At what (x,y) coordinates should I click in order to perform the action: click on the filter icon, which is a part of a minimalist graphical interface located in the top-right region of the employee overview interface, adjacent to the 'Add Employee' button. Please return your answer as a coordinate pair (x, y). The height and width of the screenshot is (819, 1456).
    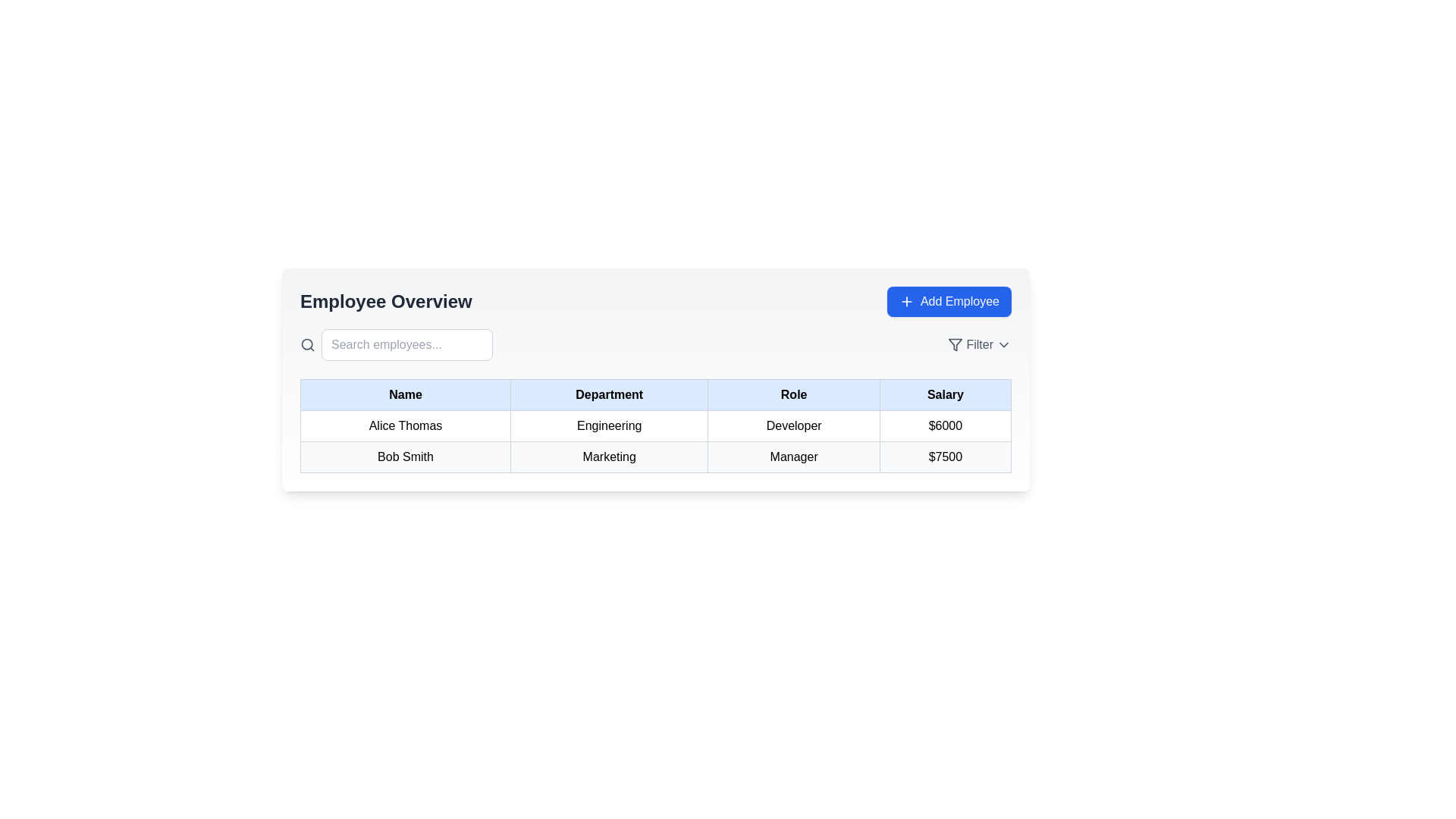
    Looking at the image, I should click on (955, 345).